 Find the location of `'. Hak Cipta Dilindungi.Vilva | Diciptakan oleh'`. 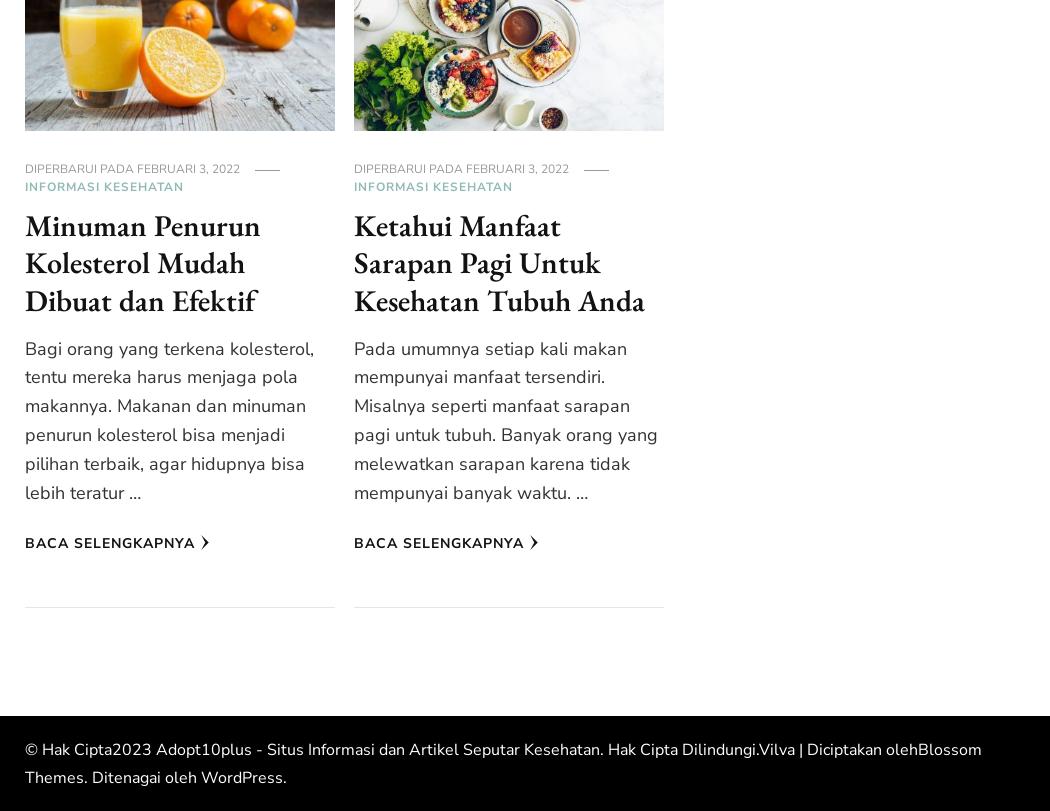

'. Hak Cipta Dilindungi.Vilva | Diciptakan oleh' is located at coordinates (759, 748).